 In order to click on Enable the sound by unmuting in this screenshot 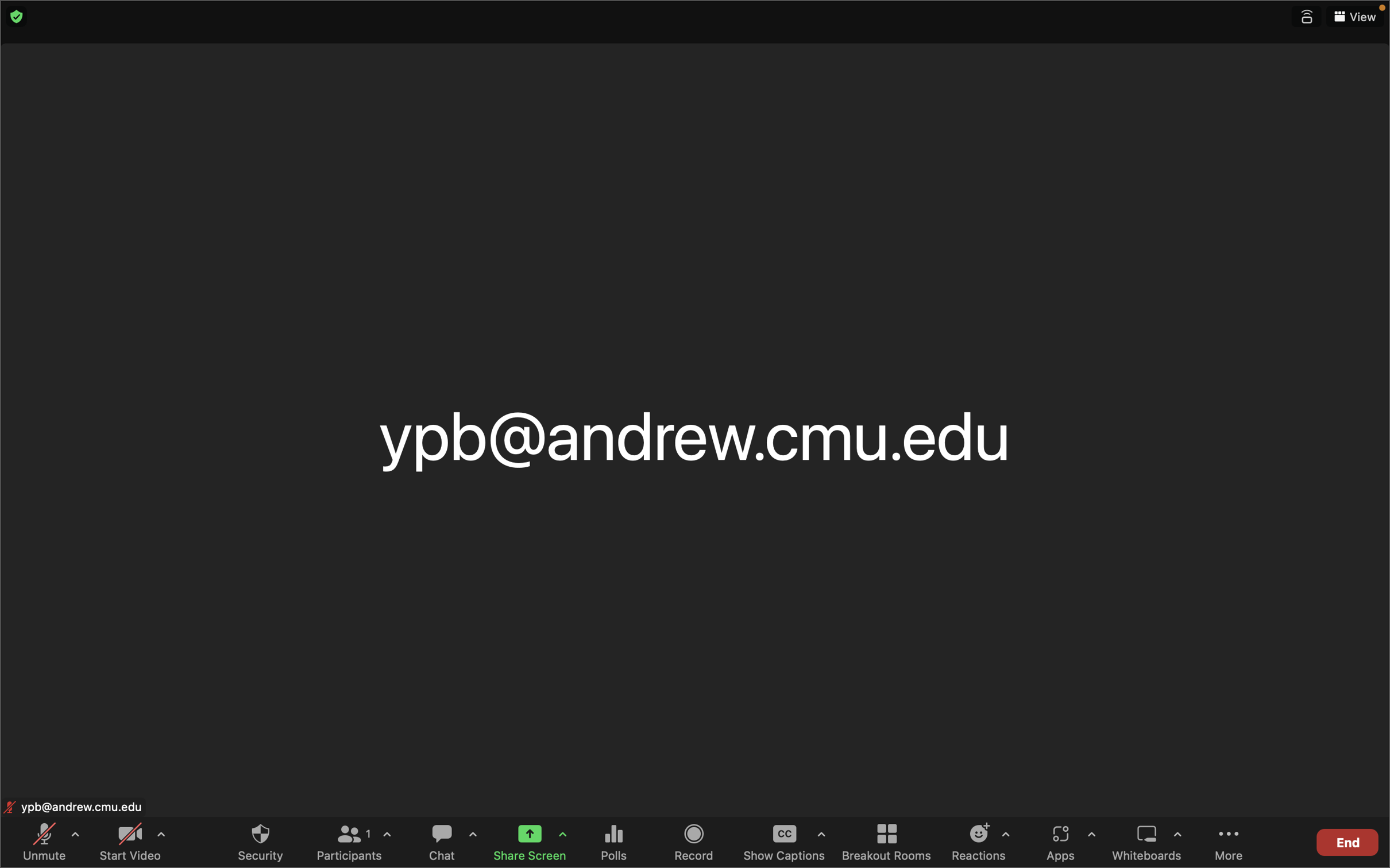, I will do `click(46, 841)`.